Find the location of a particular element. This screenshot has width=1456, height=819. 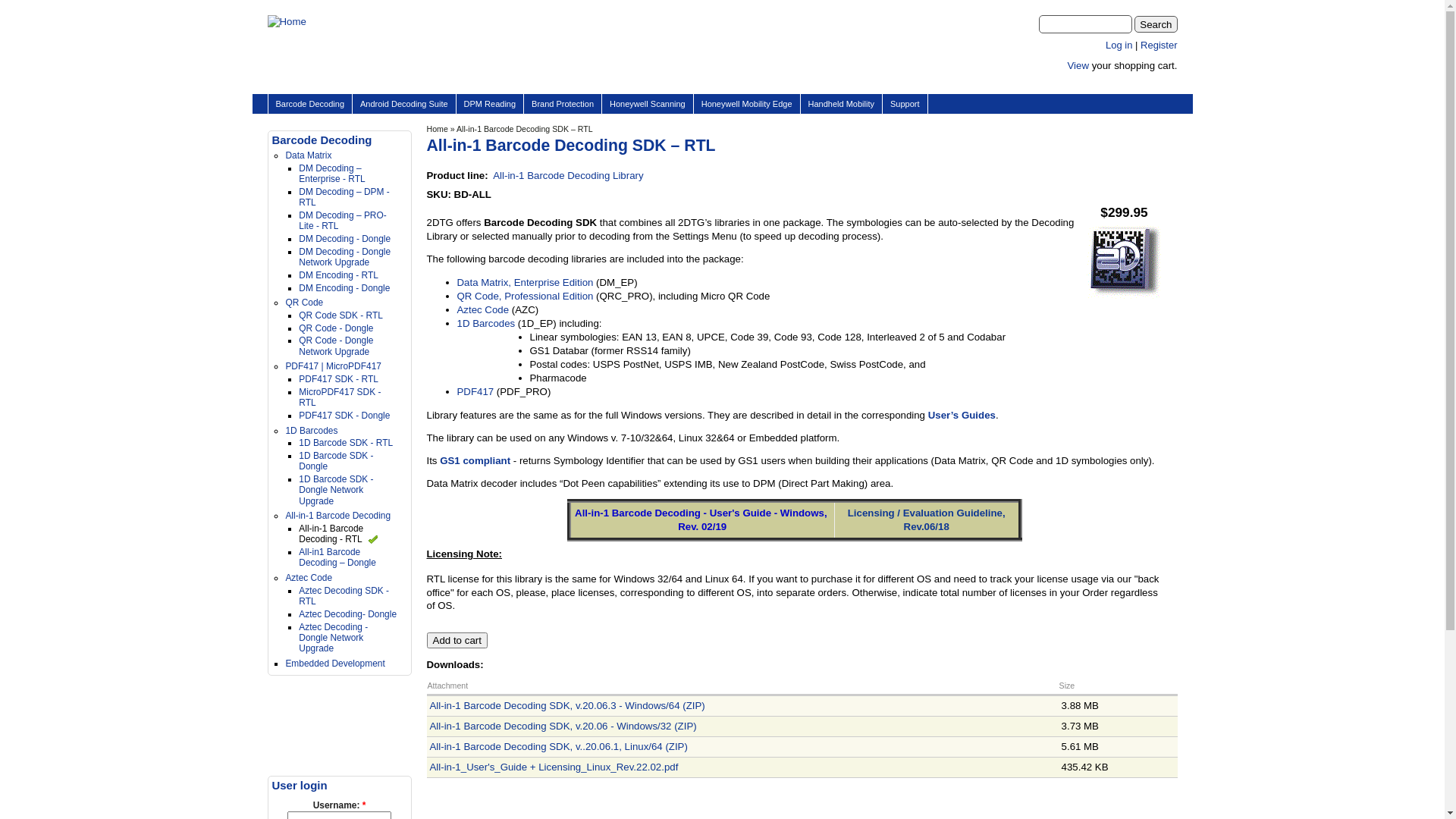

'QR Code' is located at coordinates (303, 302).